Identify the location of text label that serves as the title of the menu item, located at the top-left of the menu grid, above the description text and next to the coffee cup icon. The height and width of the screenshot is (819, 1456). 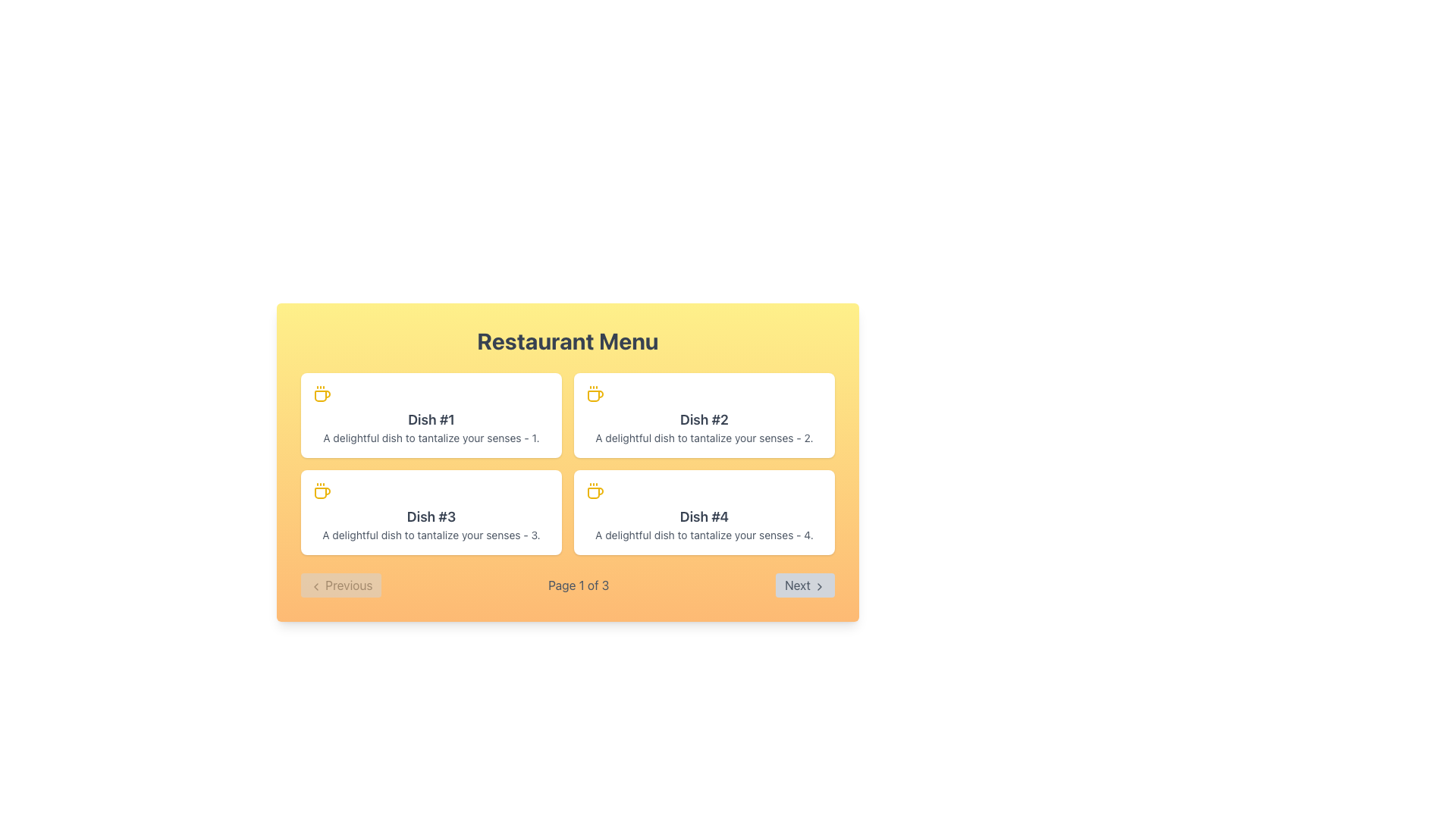
(431, 420).